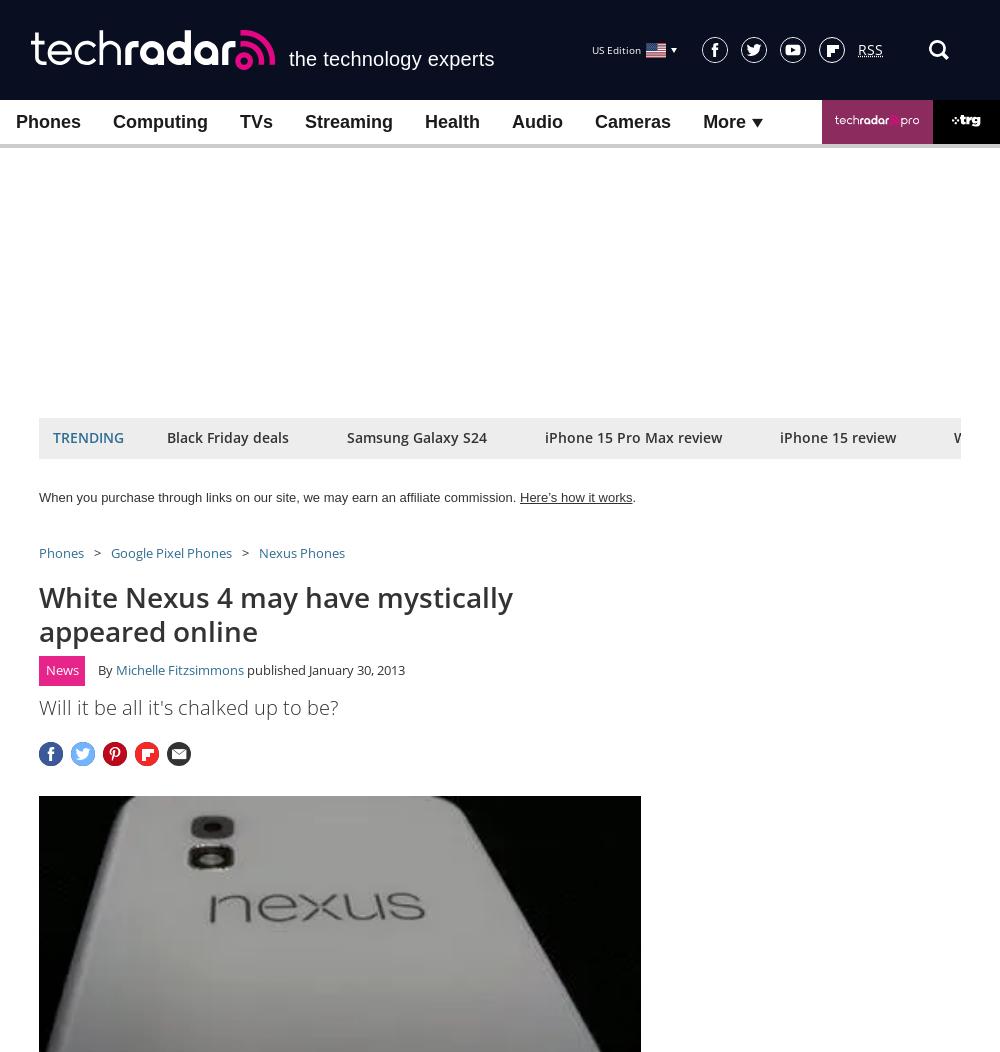 The height and width of the screenshot is (1052, 1000). Describe the element at coordinates (170, 553) in the screenshot. I see `'Google Pixel Phones'` at that location.